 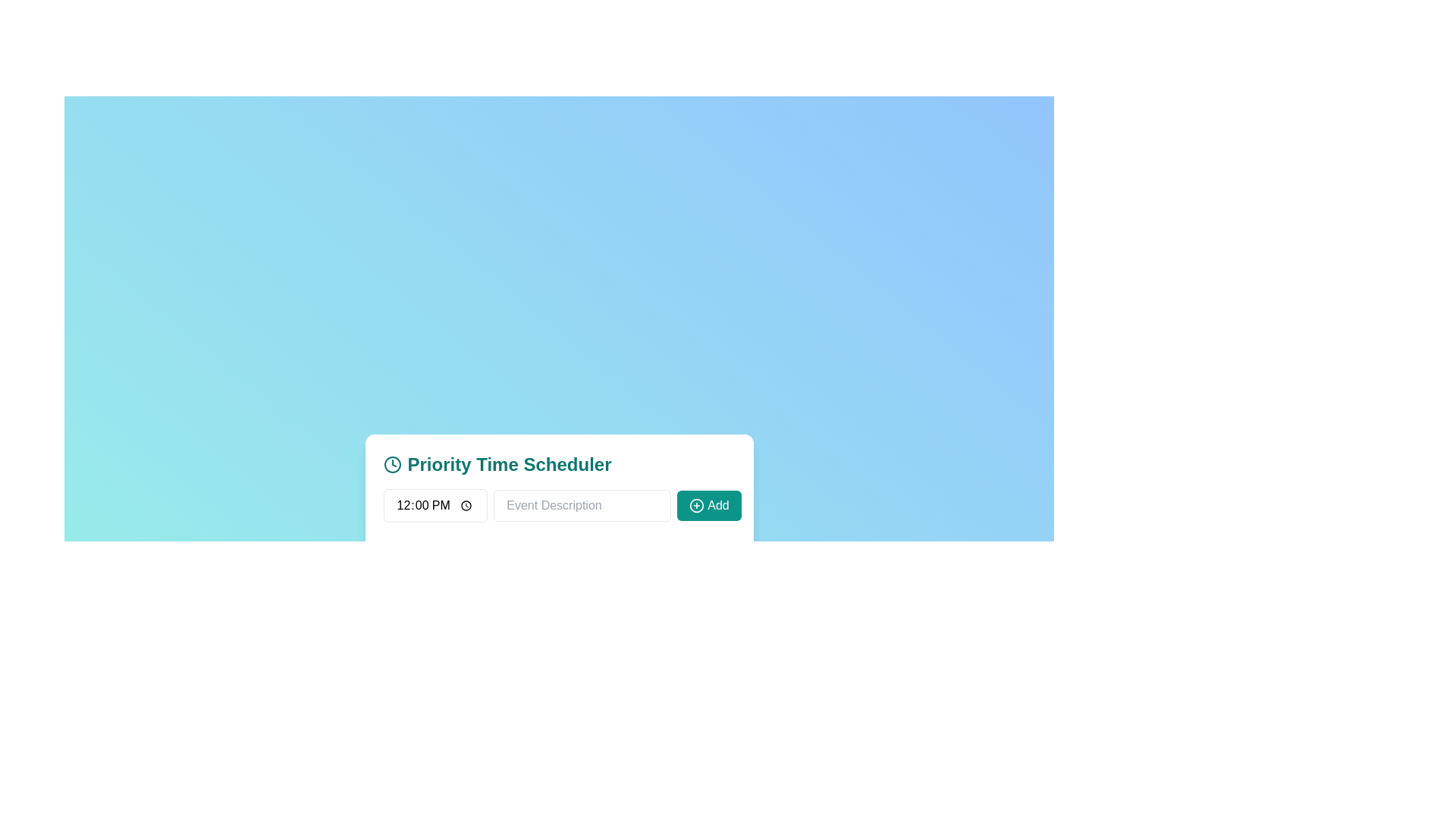 What do you see at coordinates (696, 506) in the screenshot?
I see `the circular icon with a plus sign located inside the 'Add' button at the bottom-right of the 'Priority Time Scheduler' UI box` at bounding box center [696, 506].